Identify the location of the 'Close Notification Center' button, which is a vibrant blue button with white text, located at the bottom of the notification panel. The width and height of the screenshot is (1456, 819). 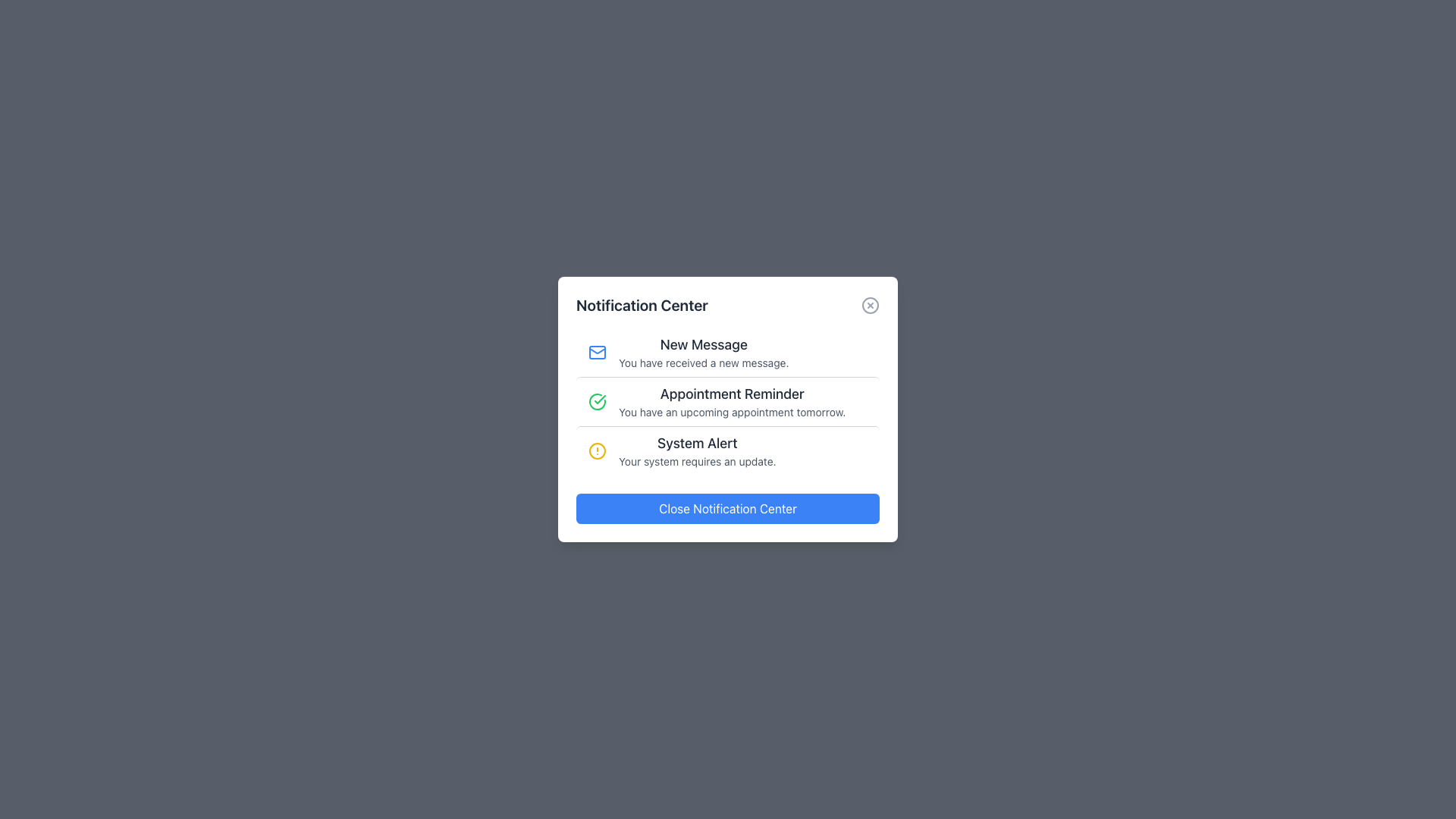
(728, 509).